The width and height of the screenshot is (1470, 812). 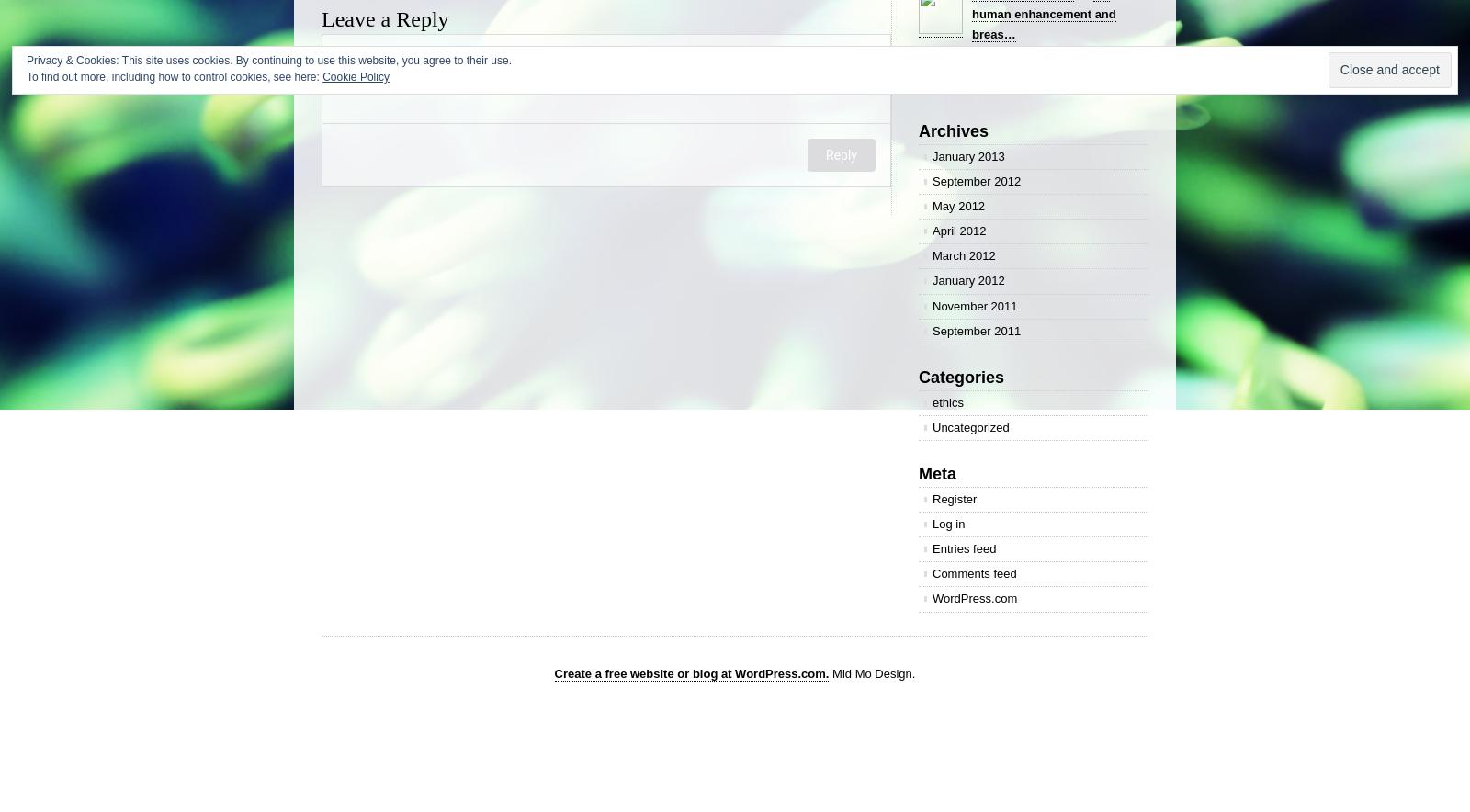 I want to click on 'May 2012', so click(x=958, y=206).